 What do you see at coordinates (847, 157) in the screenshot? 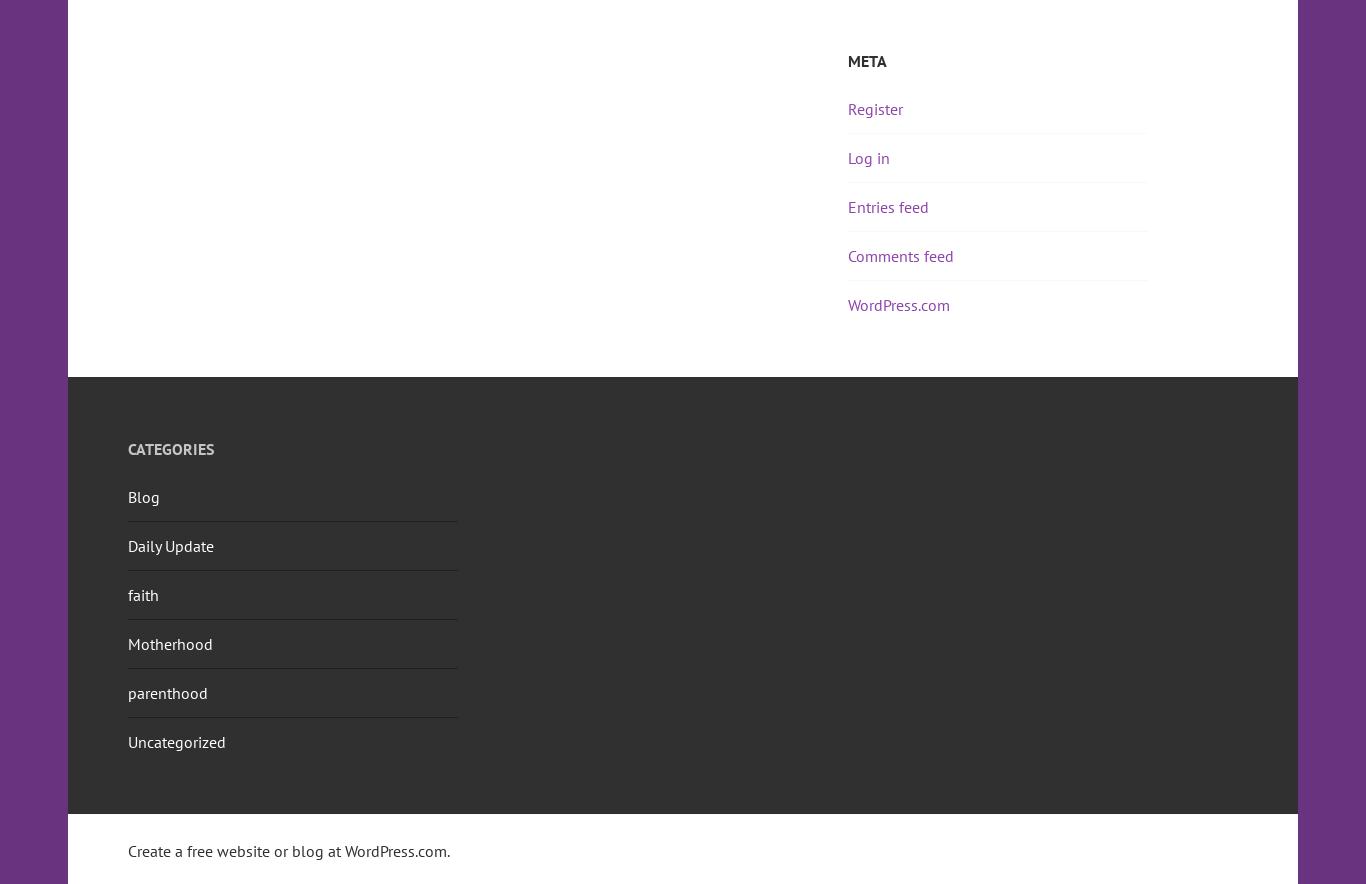
I see `'Log in'` at bounding box center [847, 157].